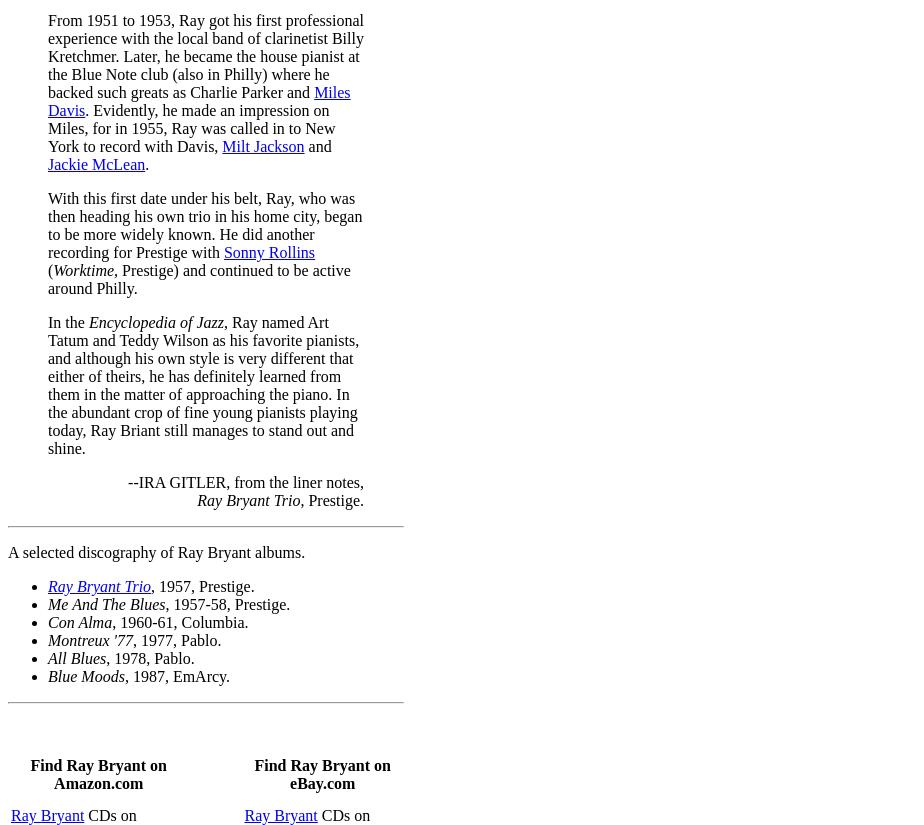 Image resolution: width=924 pixels, height=825 pixels. Describe the element at coordinates (127, 481) in the screenshot. I see `'--IRA GITLER, from the liner notes,'` at that location.